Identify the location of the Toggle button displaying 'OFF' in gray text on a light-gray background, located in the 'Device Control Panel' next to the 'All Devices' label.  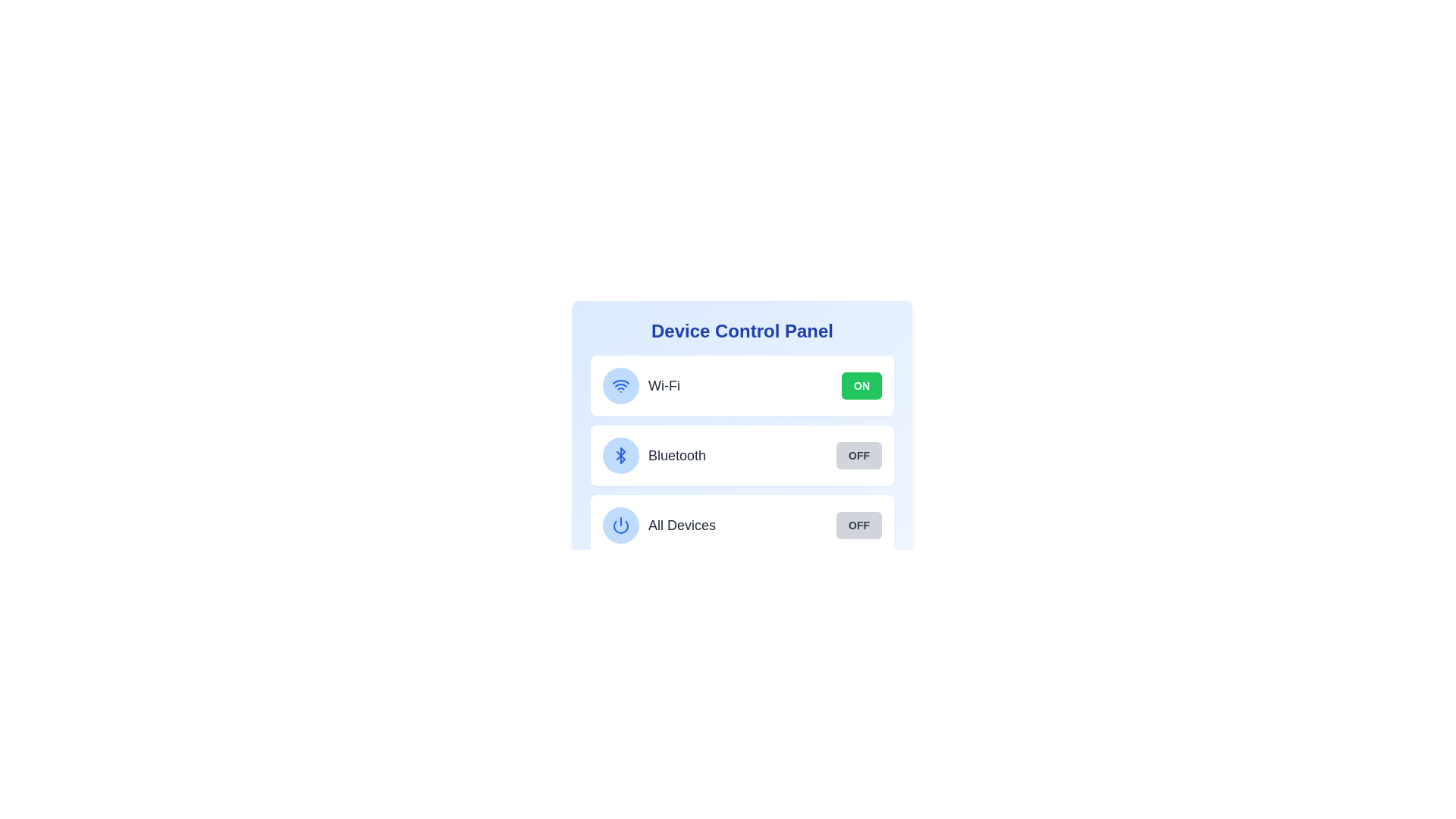
(858, 525).